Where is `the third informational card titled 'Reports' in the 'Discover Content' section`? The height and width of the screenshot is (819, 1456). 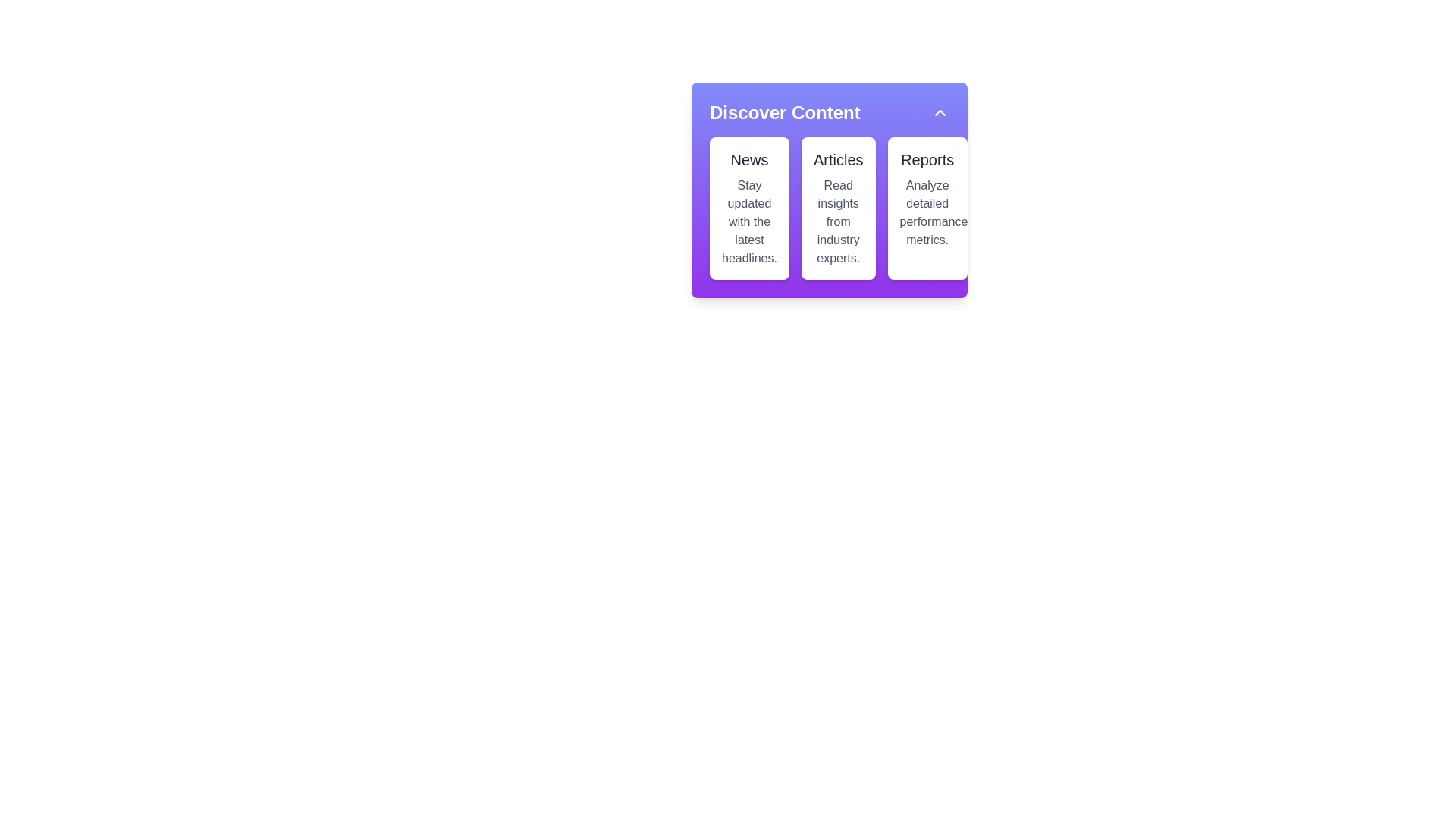
the third informational card titled 'Reports' in the 'Discover Content' section is located at coordinates (927, 208).